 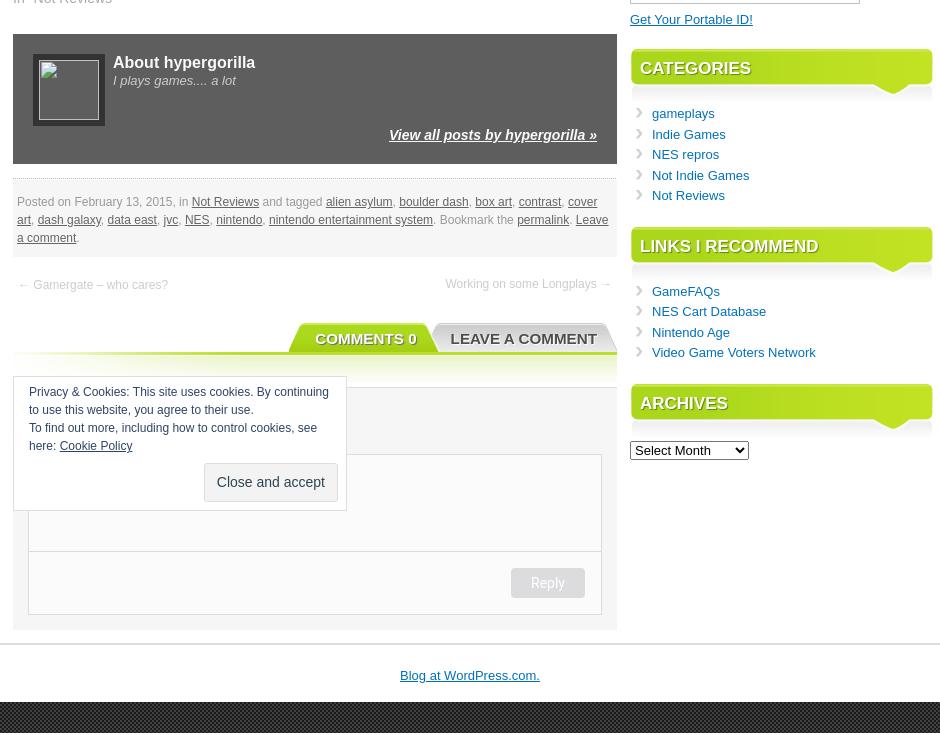 What do you see at coordinates (178, 401) in the screenshot?
I see `'Privacy & Cookies: This site uses cookies. By continuing to use this website, you agree to their use.'` at bounding box center [178, 401].